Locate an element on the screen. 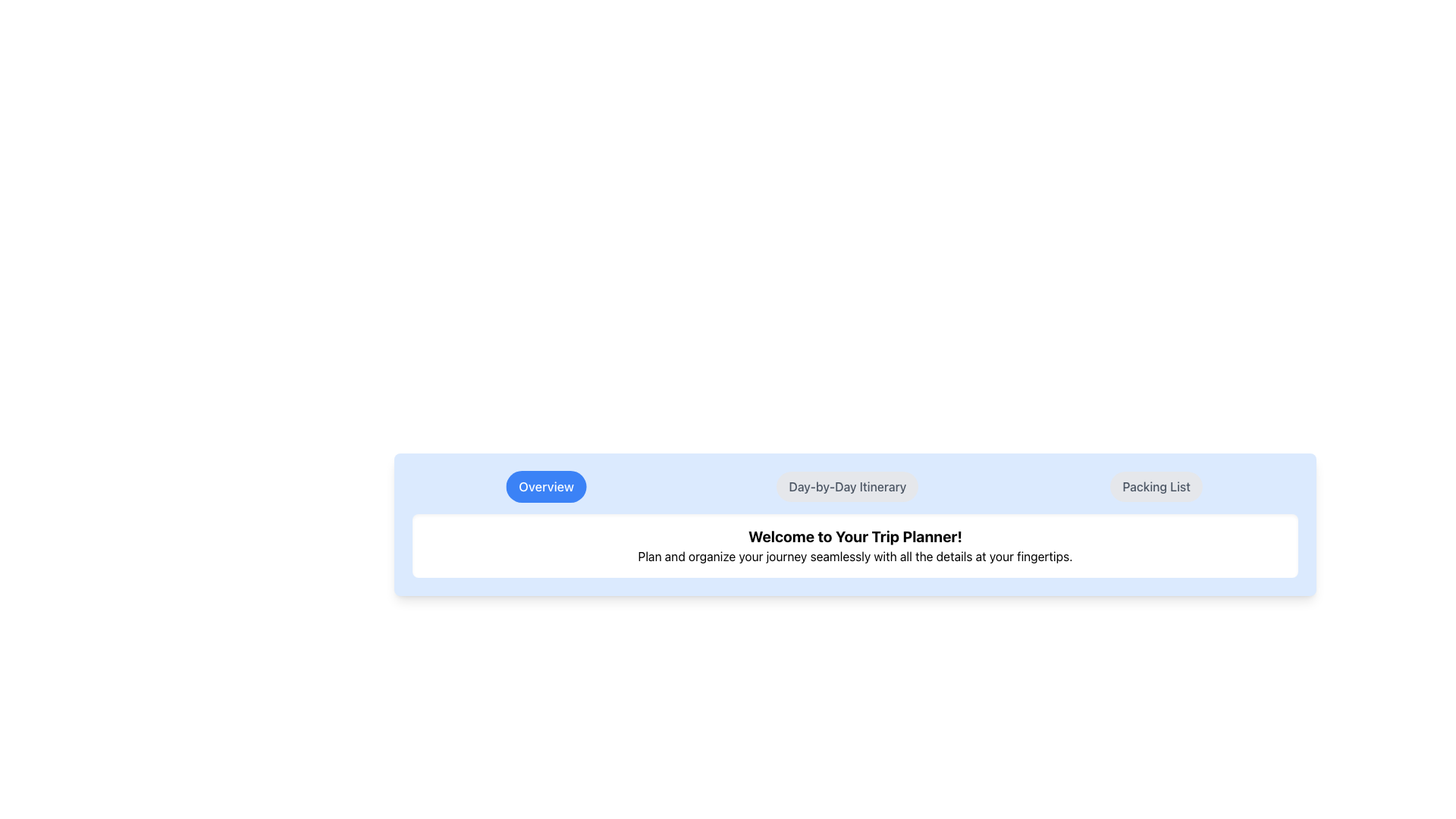 The image size is (1456, 819). the static informational text block displaying the title 'Welcome to Your Trip Planner!' which is centrally positioned below the button row is located at coordinates (855, 546).